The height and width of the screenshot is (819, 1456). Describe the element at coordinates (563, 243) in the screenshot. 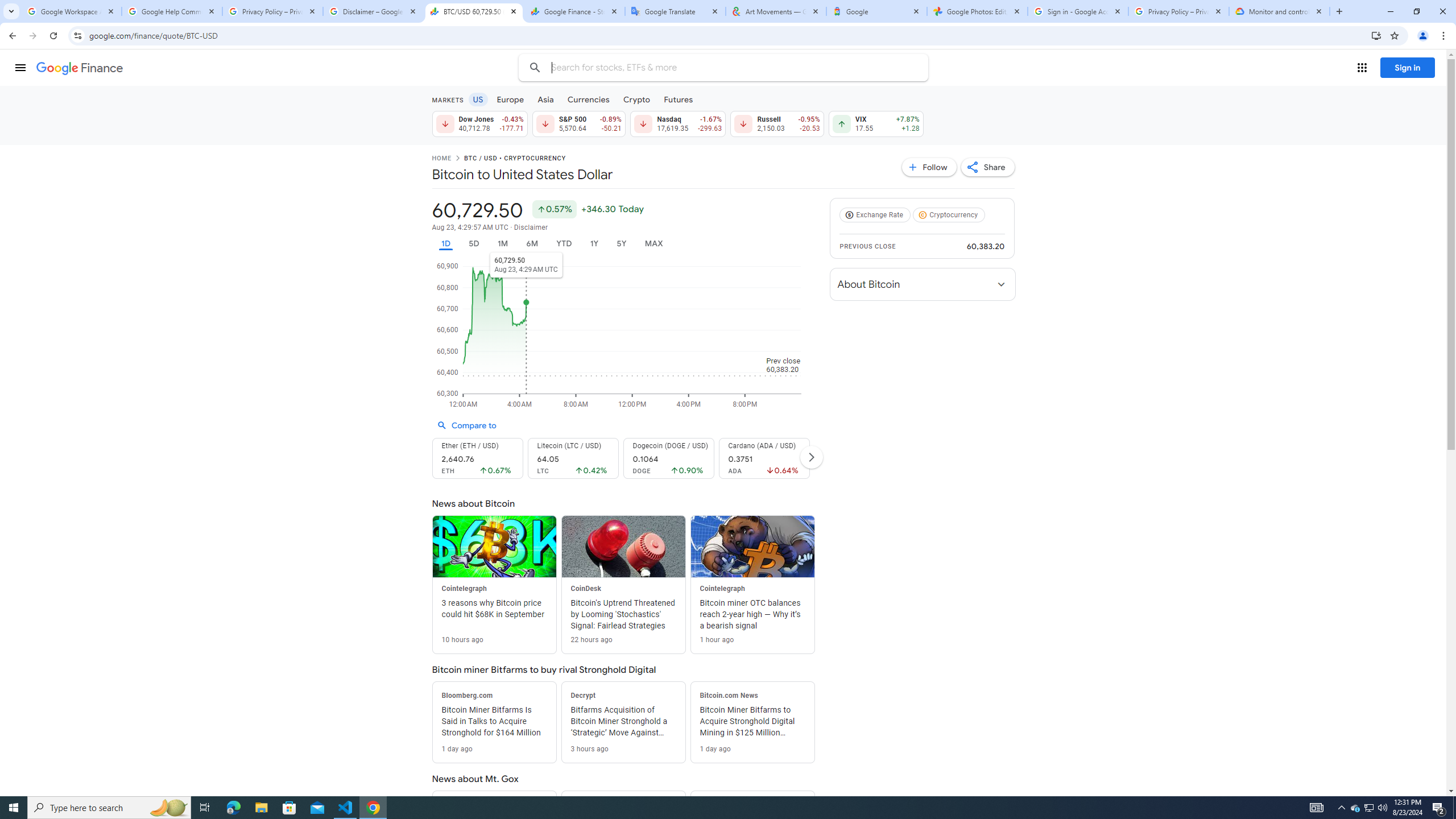

I see `'YTD'` at that location.